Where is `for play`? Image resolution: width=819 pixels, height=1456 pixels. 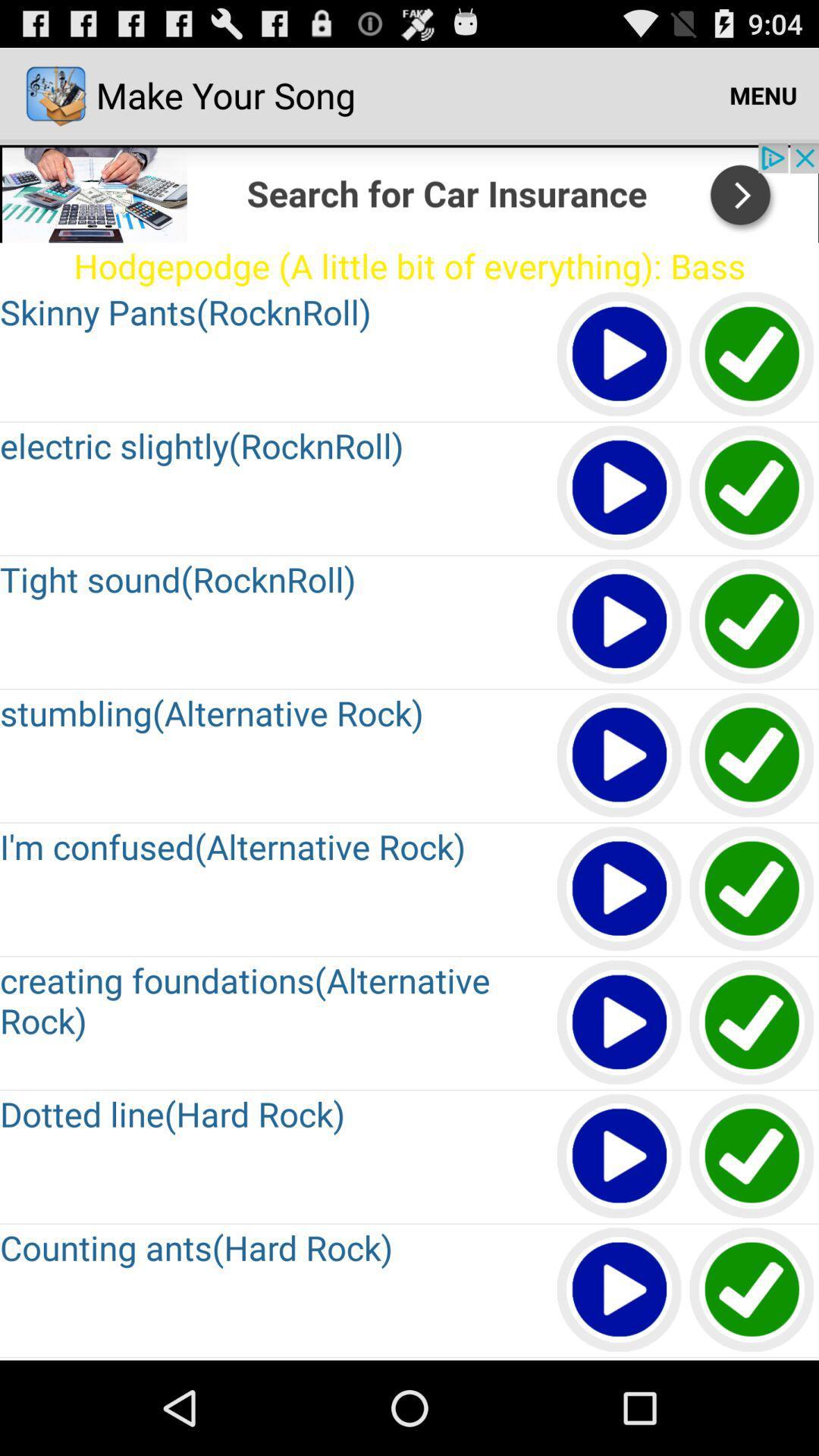
for play is located at coordinates (620, 756).